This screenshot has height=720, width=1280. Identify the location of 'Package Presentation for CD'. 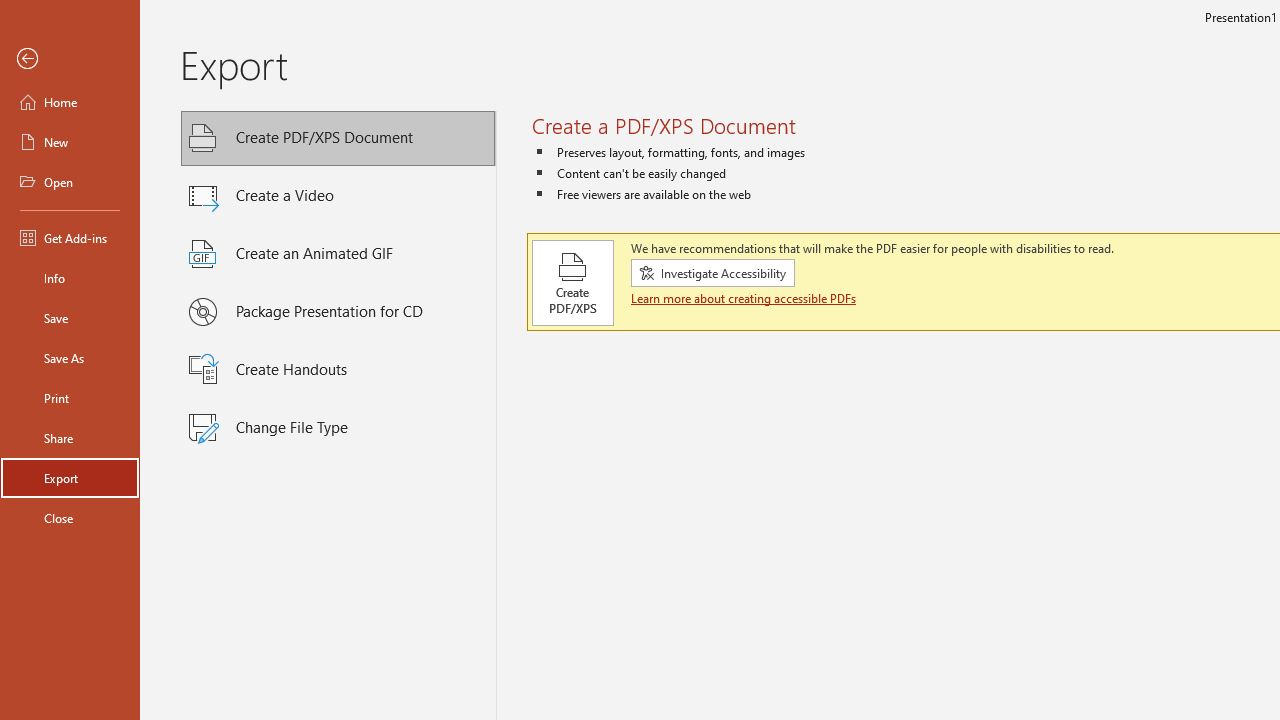
(338, 312).